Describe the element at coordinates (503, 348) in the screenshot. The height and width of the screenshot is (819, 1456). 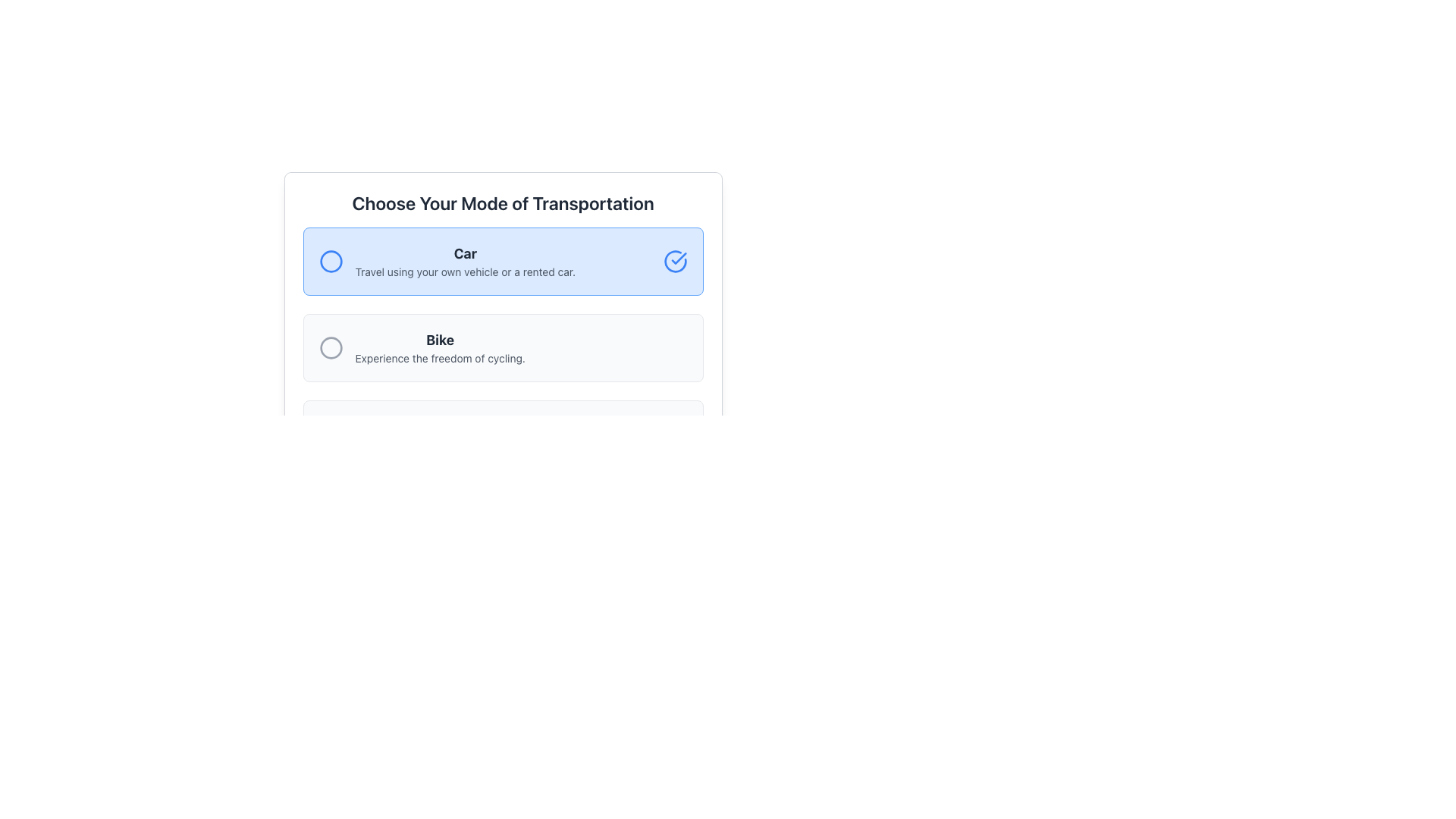
I see `the second selectable list item representing the 'Bike' mode of transportation, located between the 'Car' and 'Public Transport' options` at that location.